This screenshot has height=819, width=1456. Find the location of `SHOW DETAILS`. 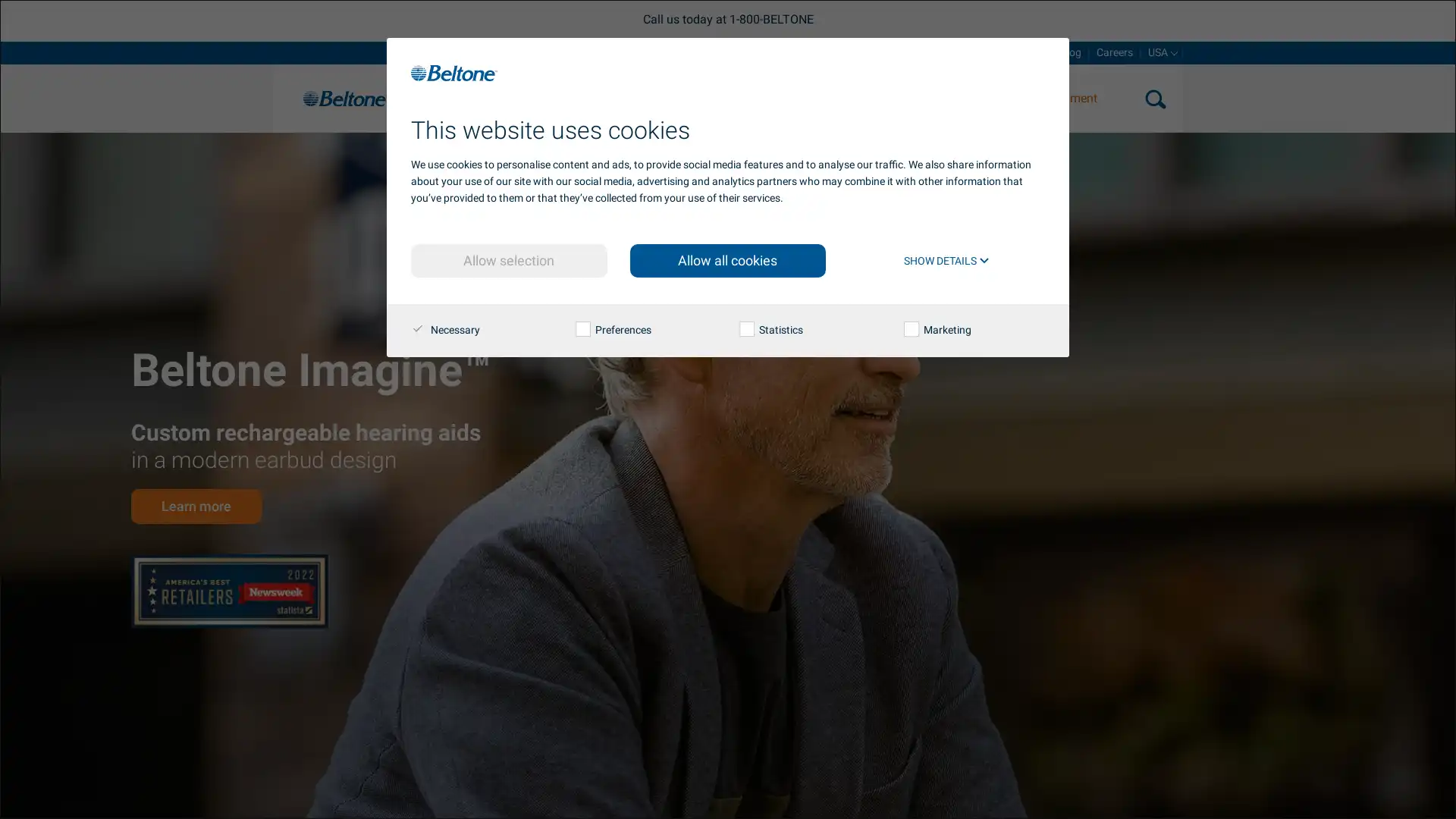

SHOW DETAILS is located at coordinates (946, 259).